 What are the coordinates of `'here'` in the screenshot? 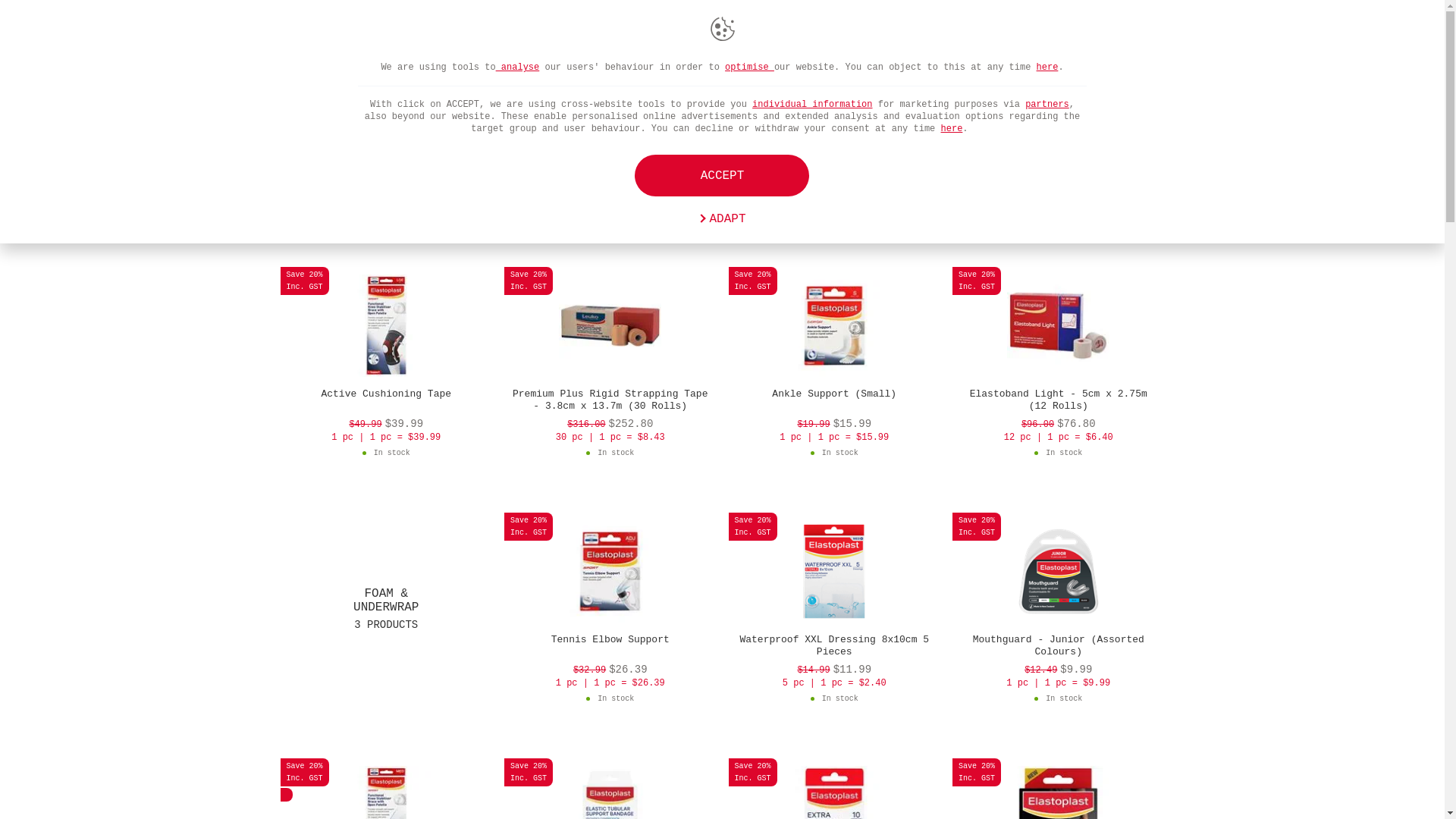 It's located at (951, 127).